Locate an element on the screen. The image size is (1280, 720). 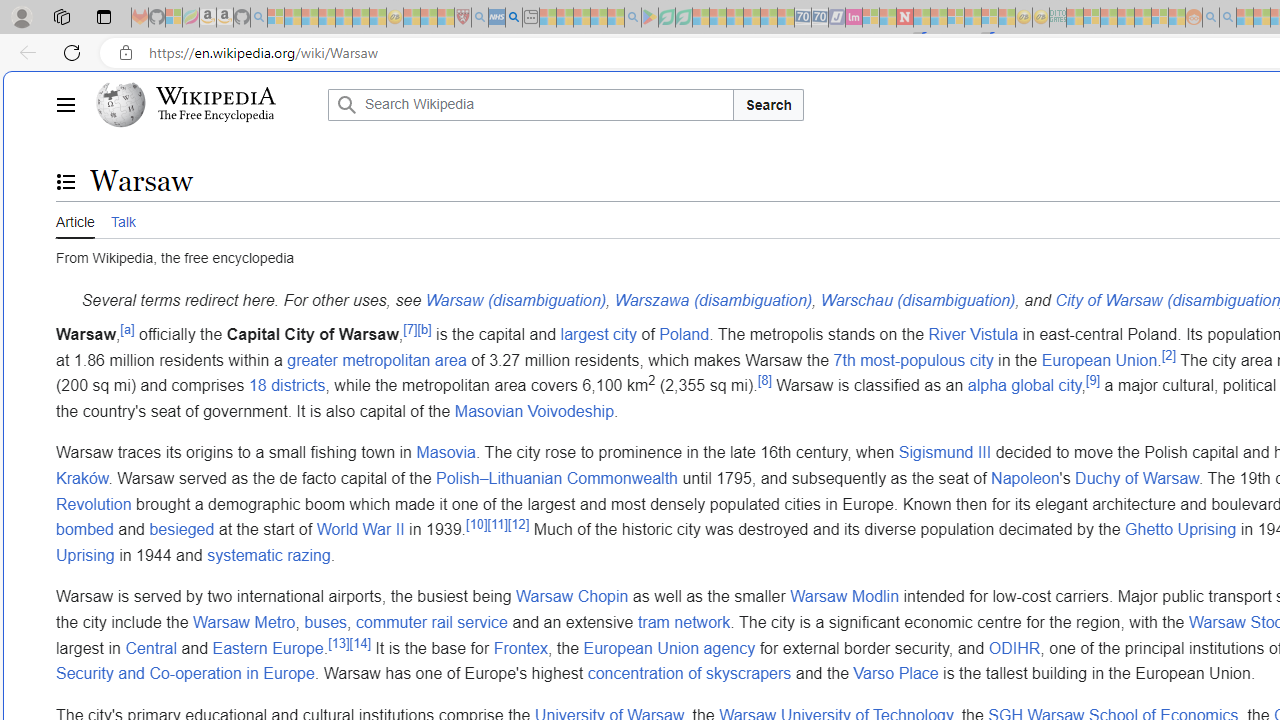
'[b]' is located at coordinates (423, 328).